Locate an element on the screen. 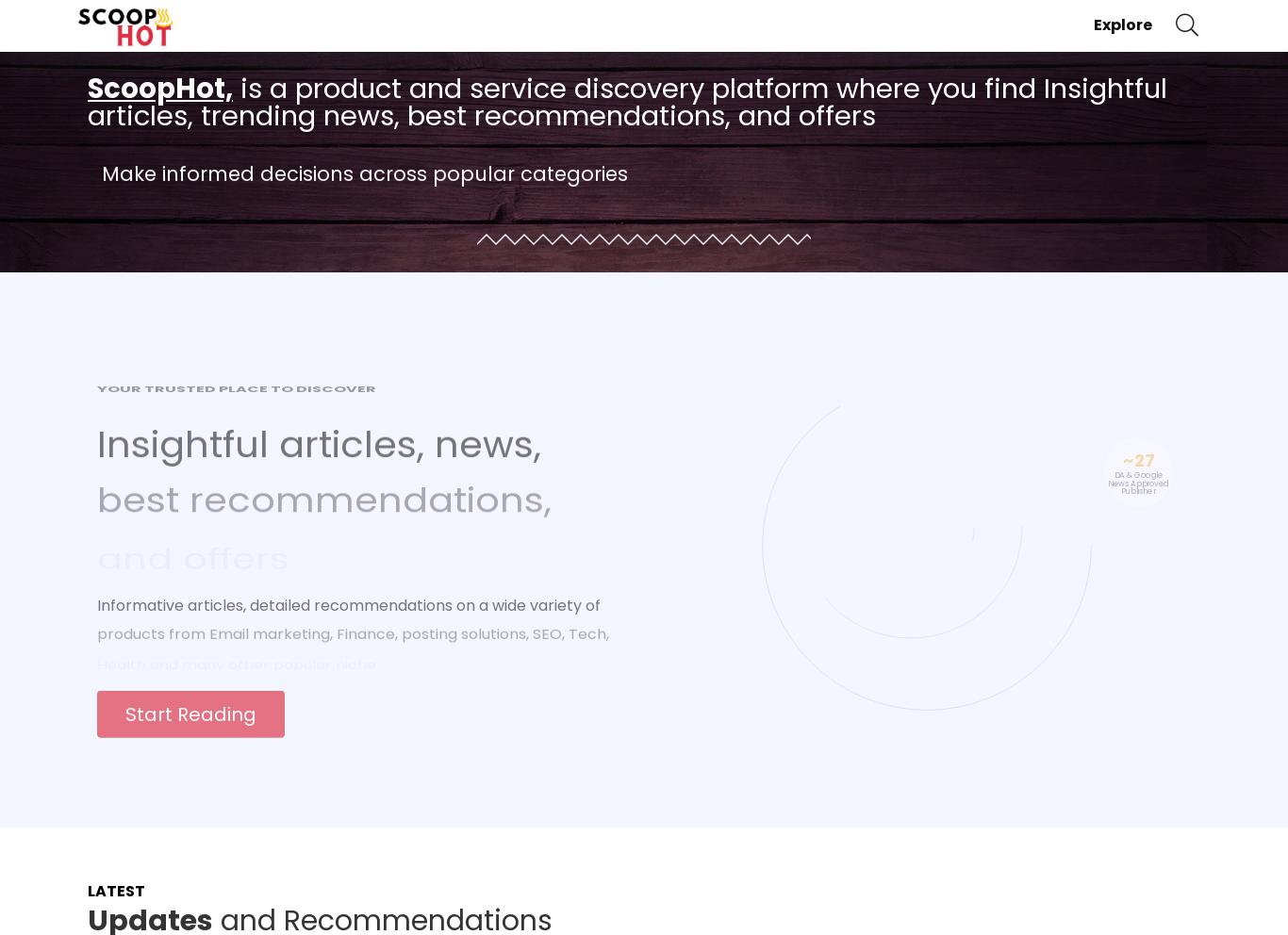 This screenshot has height=935, width=1288. 'Health and many other popular niche' is located at coordinates (236, 647).